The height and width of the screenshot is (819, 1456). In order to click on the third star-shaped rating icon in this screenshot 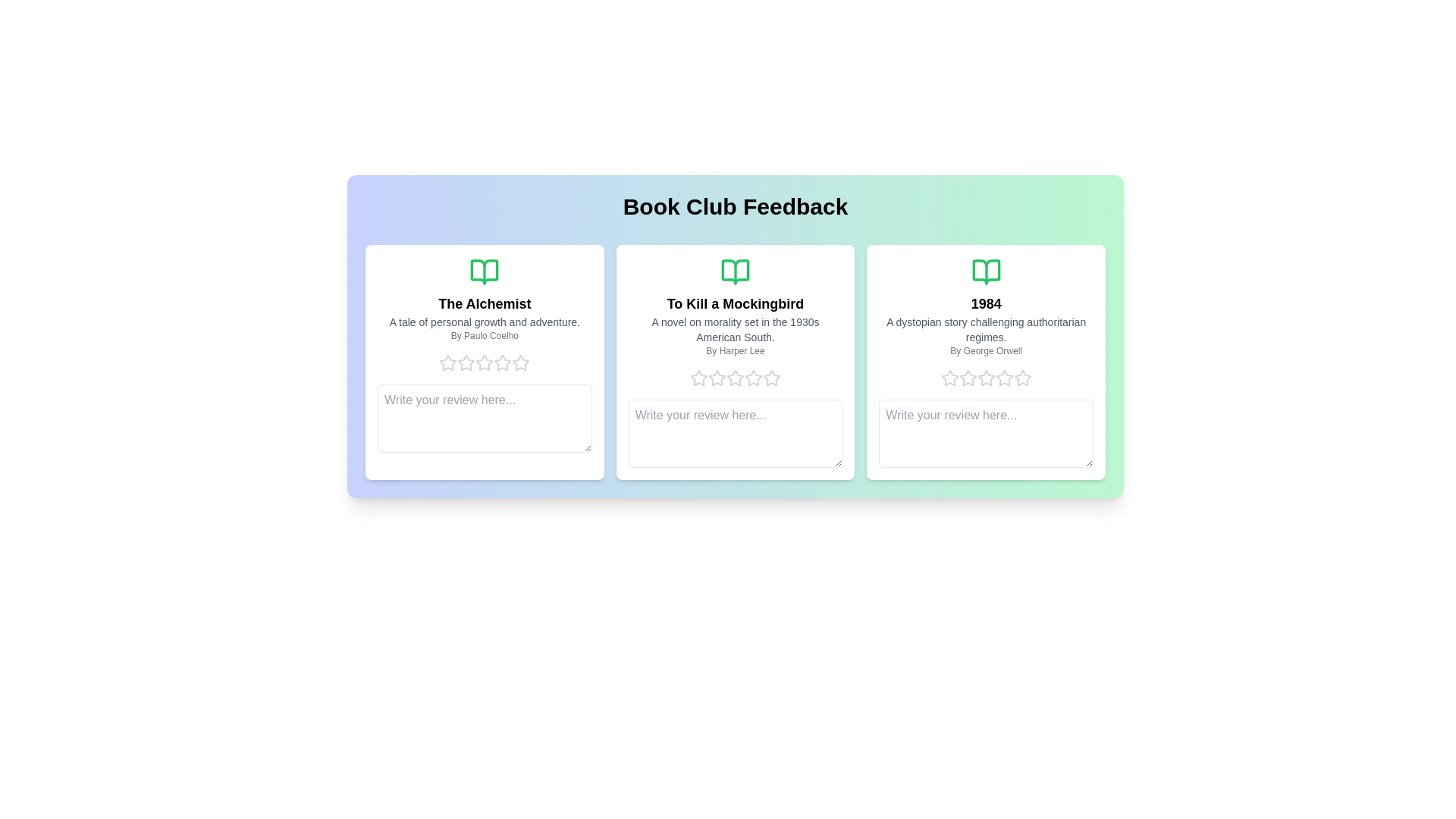, I will do `click(771, 377)`.